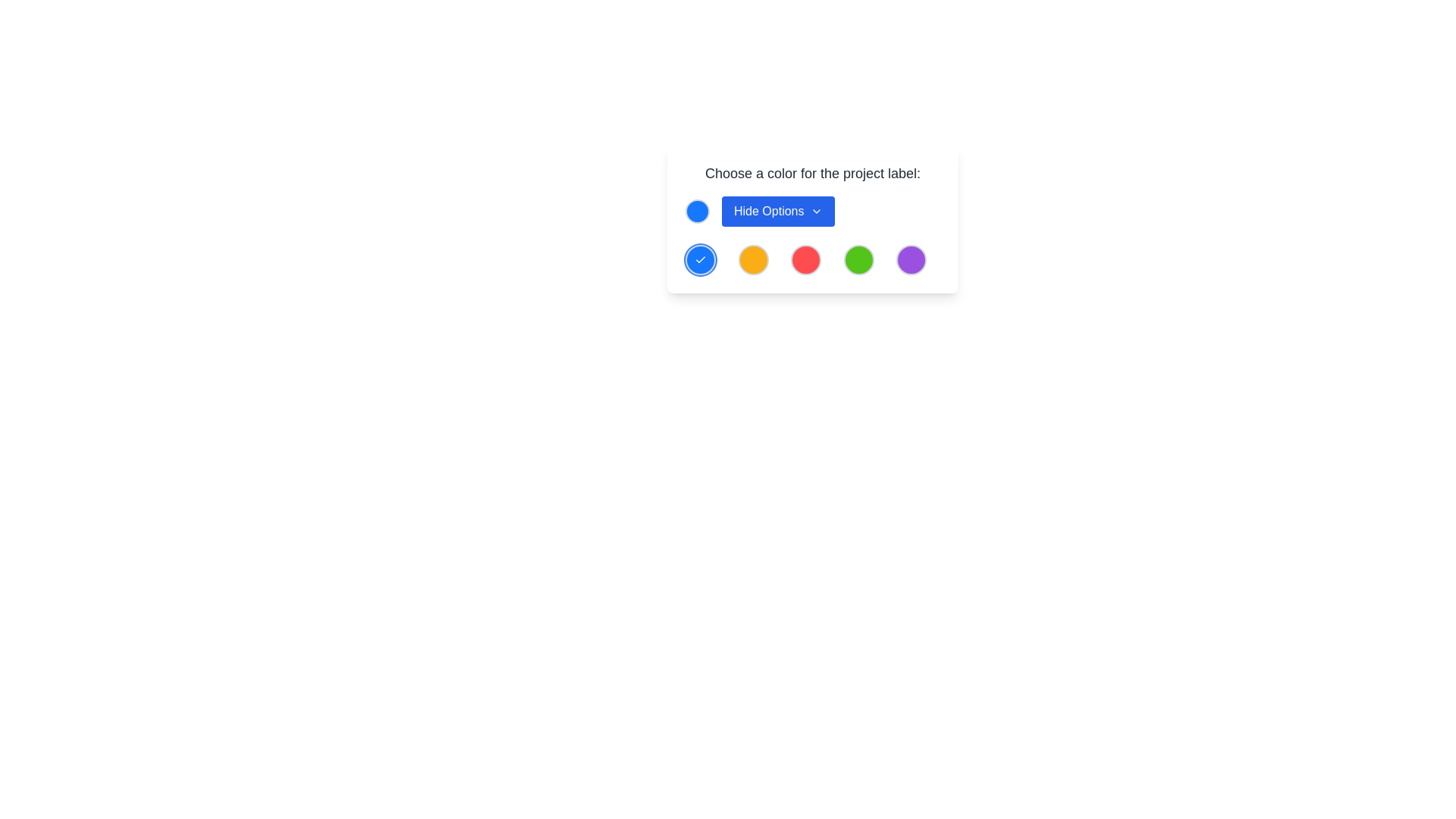 This screenshot has width=1456, height=819. I want to click on the blue rectangular 'Hide Options' button with rounded corners for keyboard interaction, so click(778, 211).